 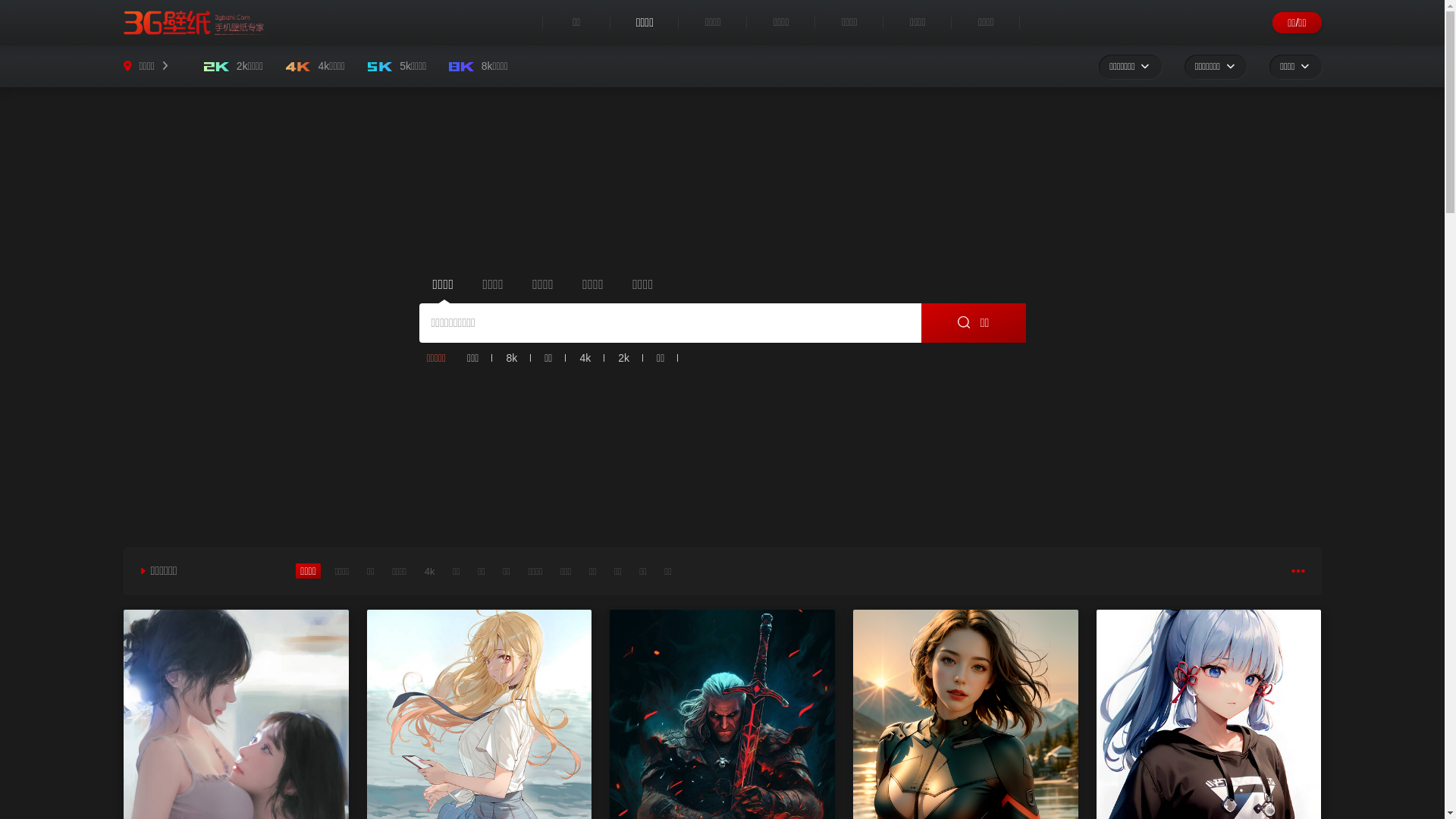 I want to click on '8k', so click(x=499, y=357).